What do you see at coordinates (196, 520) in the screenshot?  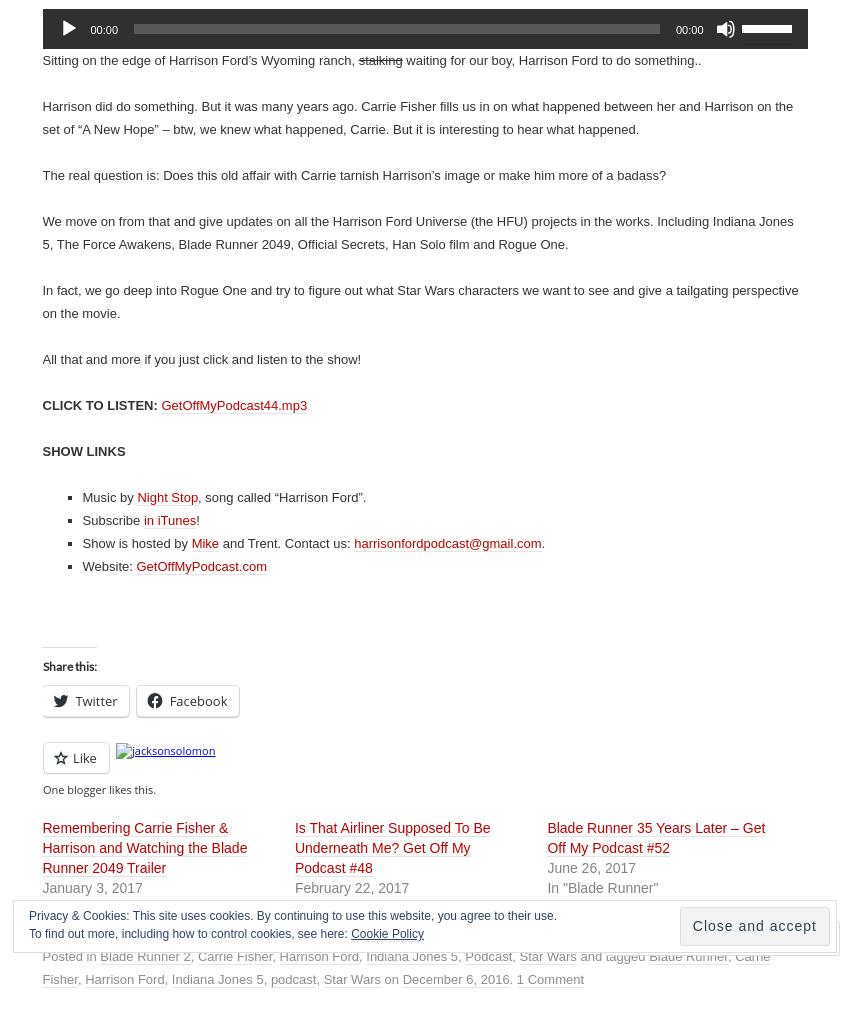 I see `'!'` at bounding box center [196, 520].